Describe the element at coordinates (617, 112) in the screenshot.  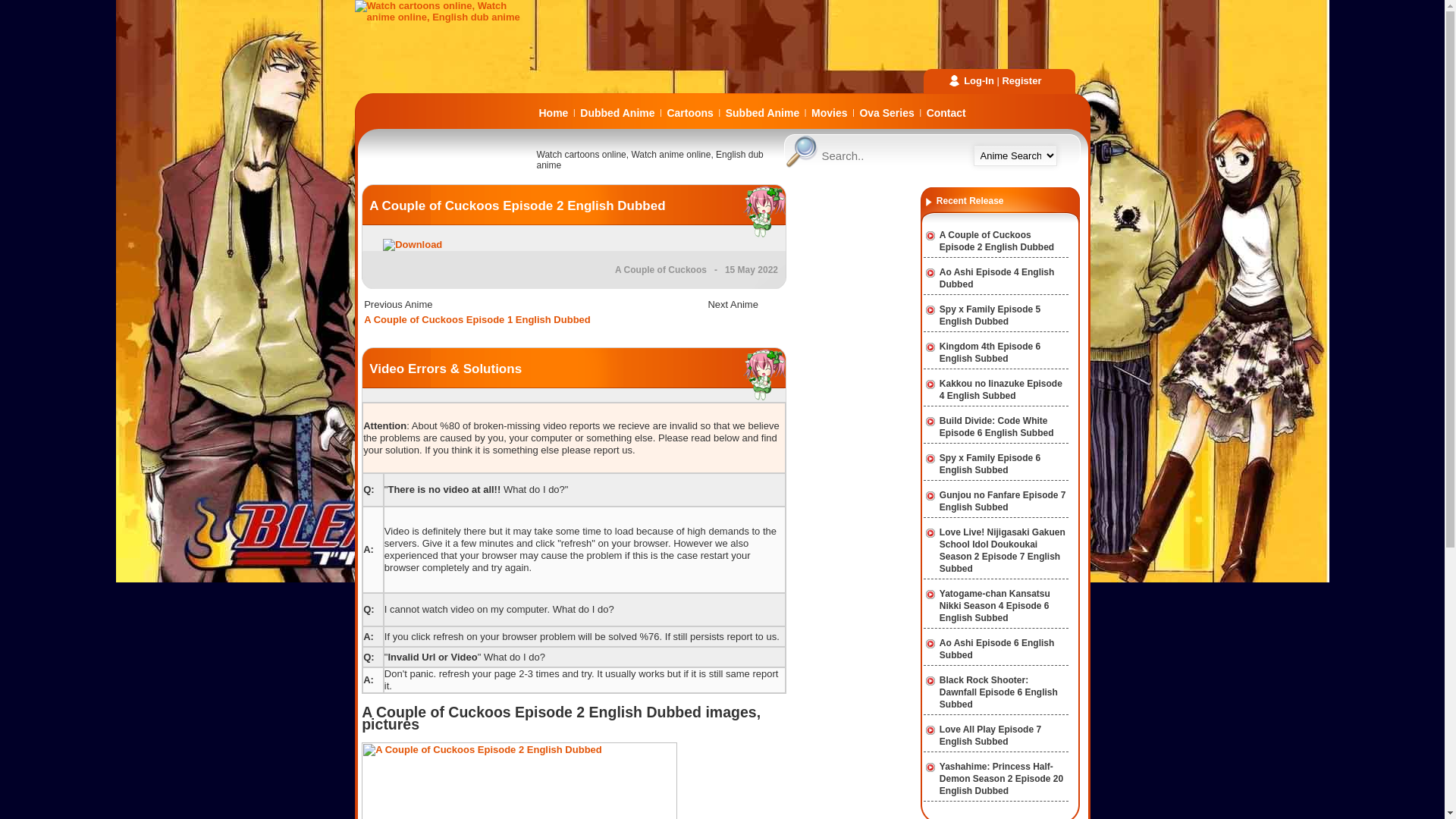
I see `'Dubbed Anime'` at that location.